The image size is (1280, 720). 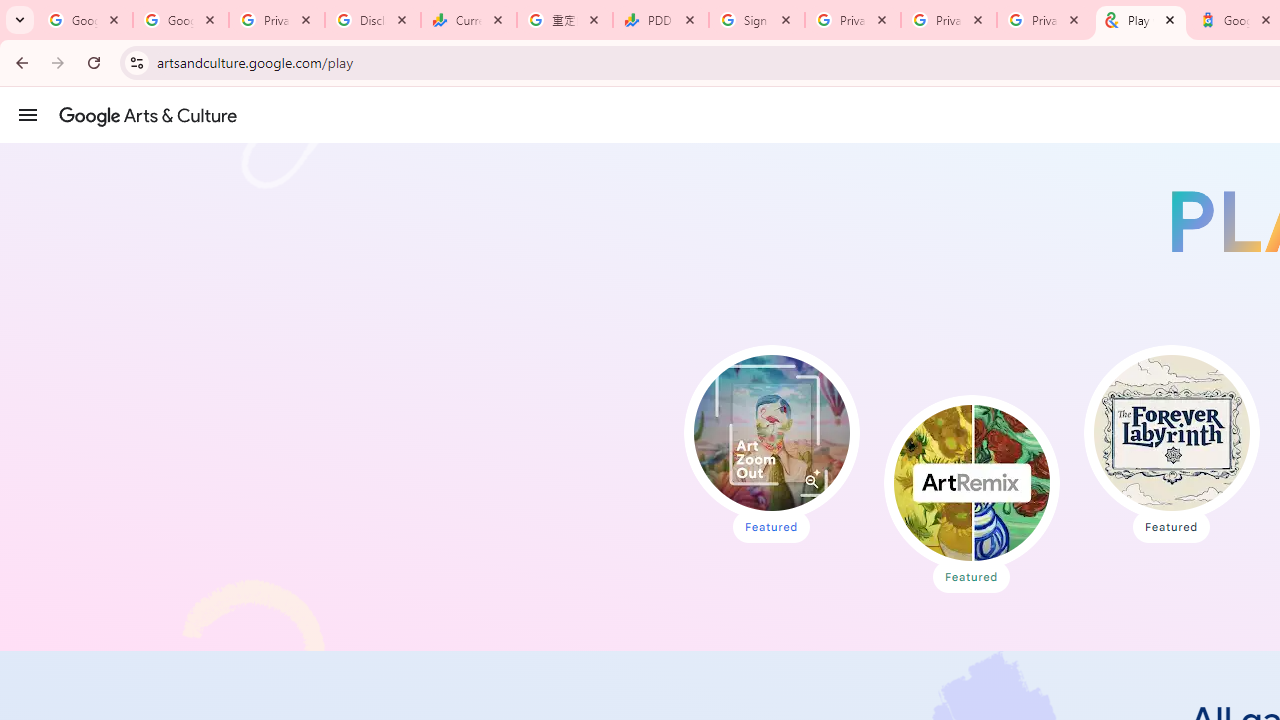 I want to click on 'The Forever Labyrinth', so click(x=1171, y=432).